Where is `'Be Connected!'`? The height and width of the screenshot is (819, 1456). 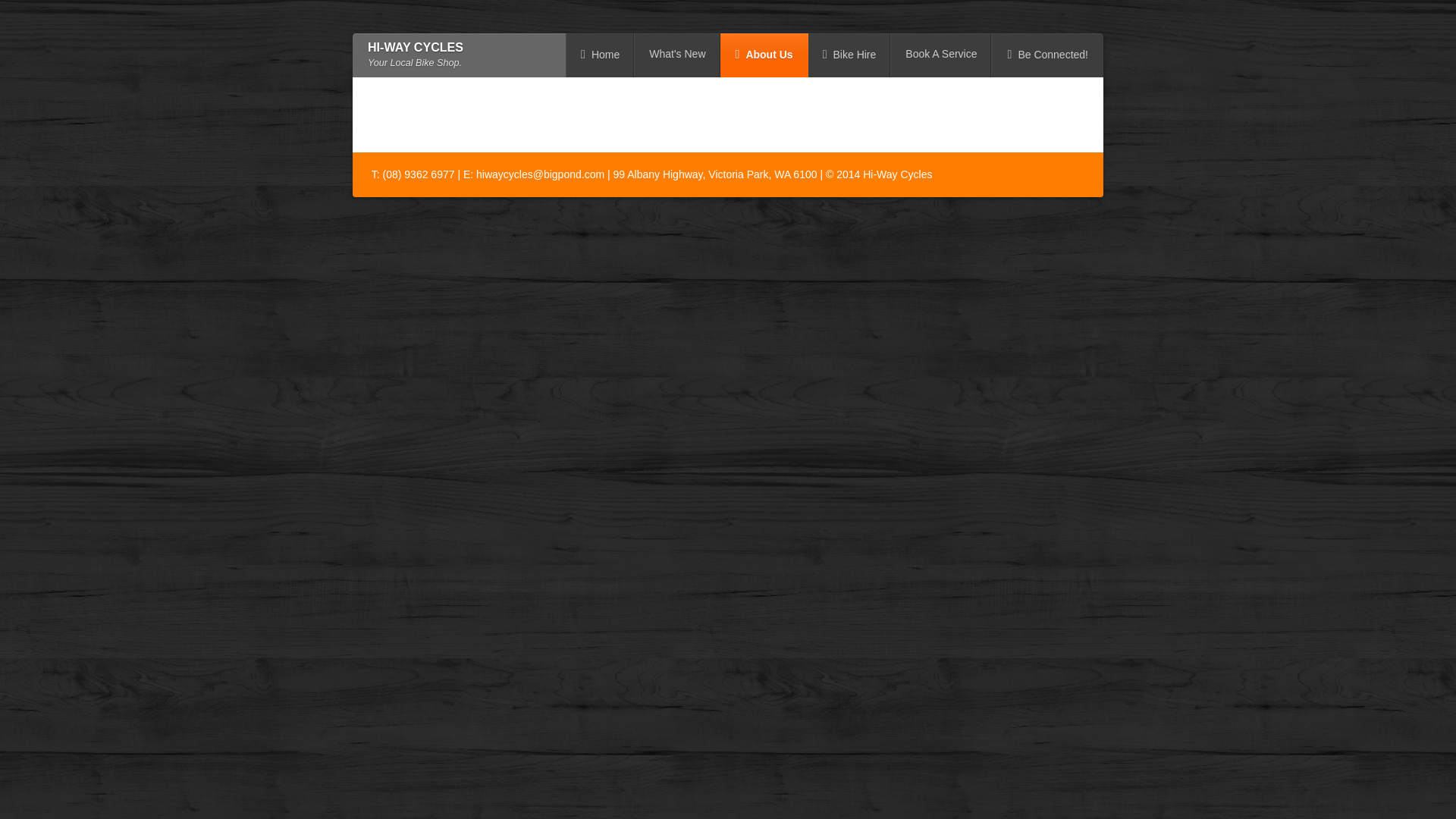
'Be Connected!' is located at coordinates (992, 55).